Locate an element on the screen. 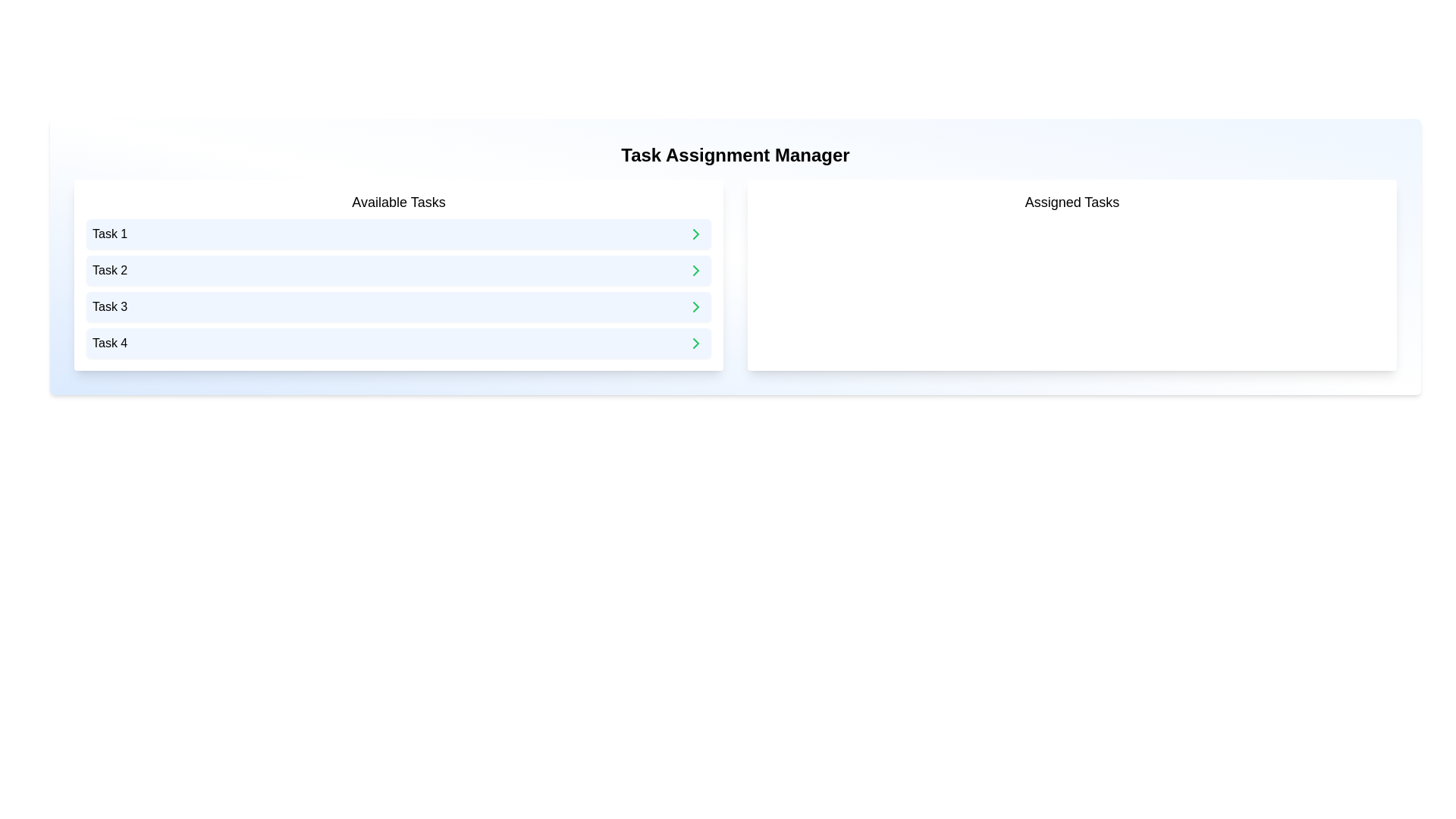 The width and height of the screenshot is (1456, 819). the task Task 4 to highlight it is located at coordinates (399, 343).